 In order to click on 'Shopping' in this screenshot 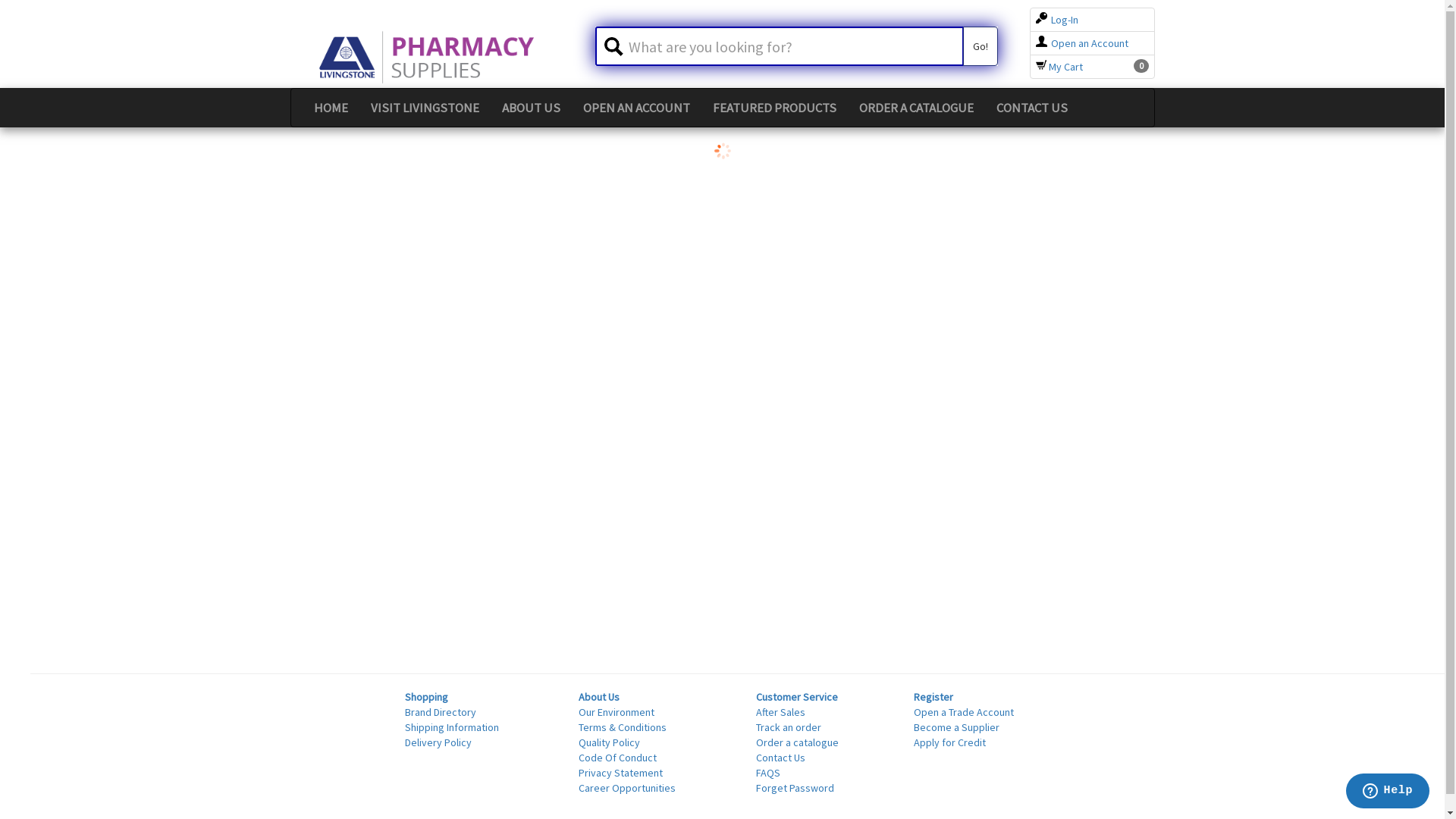, I will do `click(425, 696)`.